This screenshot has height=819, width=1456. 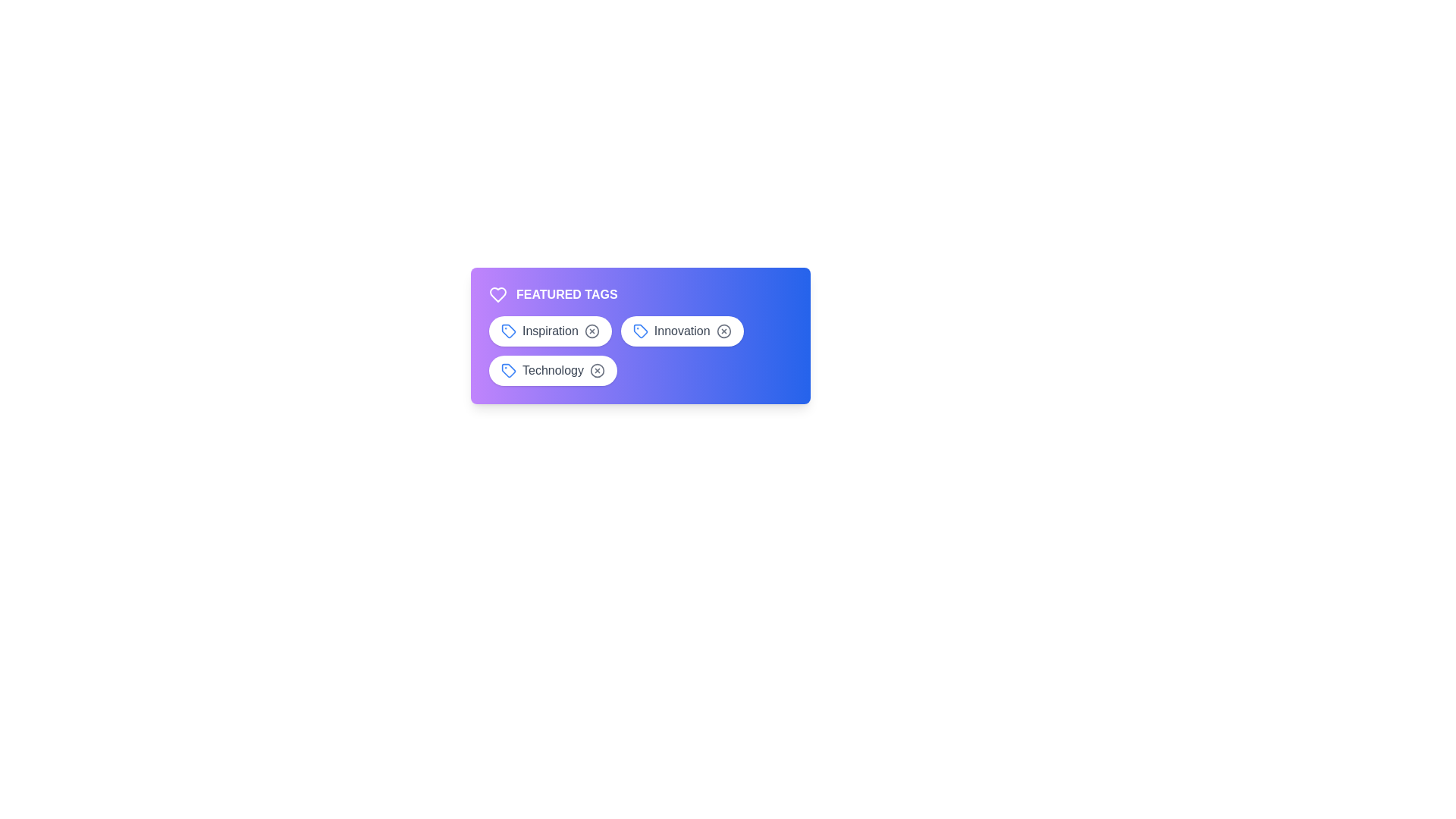 What do you see at coordinates (552, 371) in the screenshot?
I see `the 'Technology' text label, which is the third tag in the 'Featured Tags' list, visually identifying the category it represents` at bounding box center [552, 371].